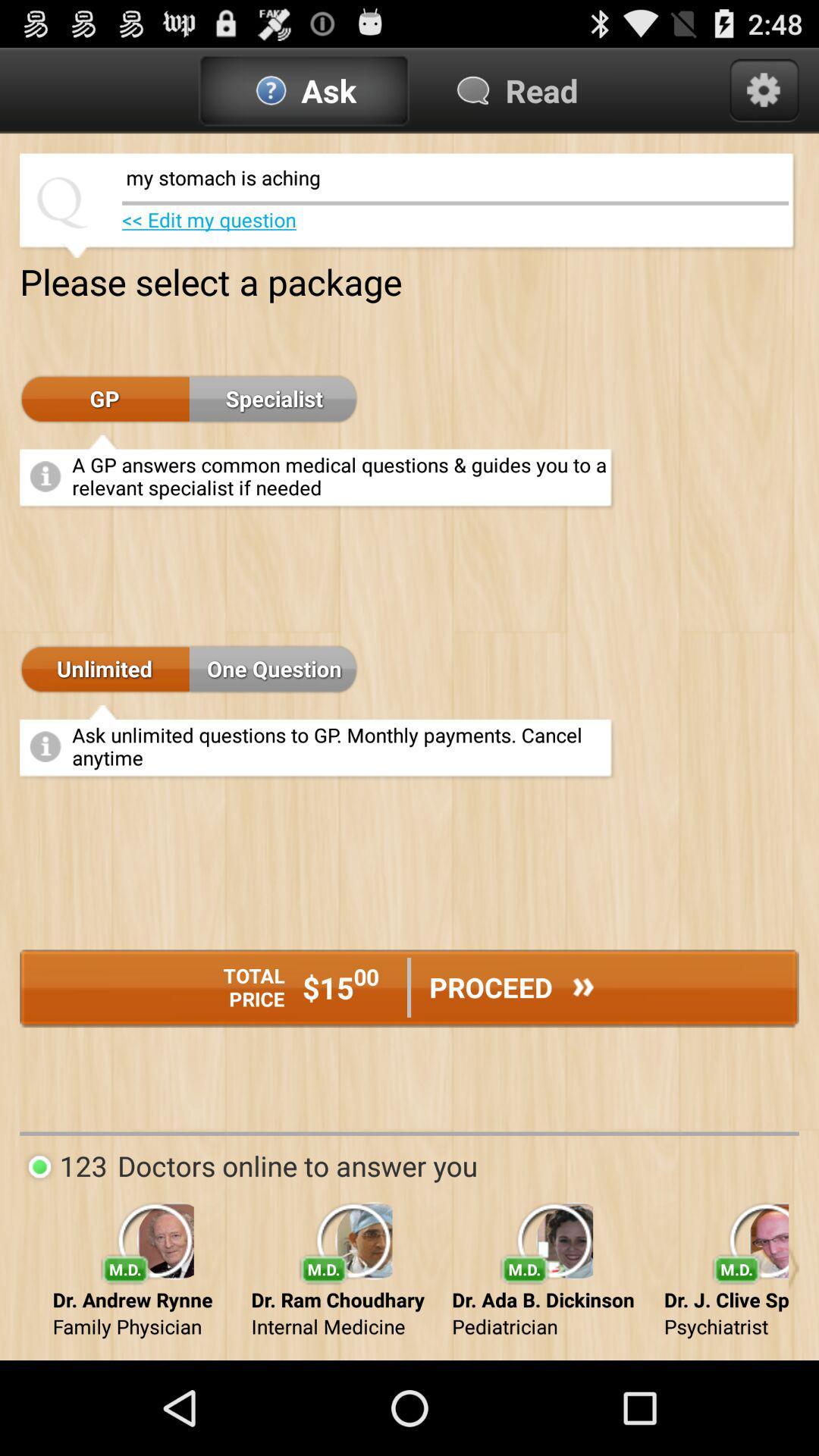 Image resolution: width=819 pixels, height=1456 pixels. I want to click on show settings, so click(764, 89).